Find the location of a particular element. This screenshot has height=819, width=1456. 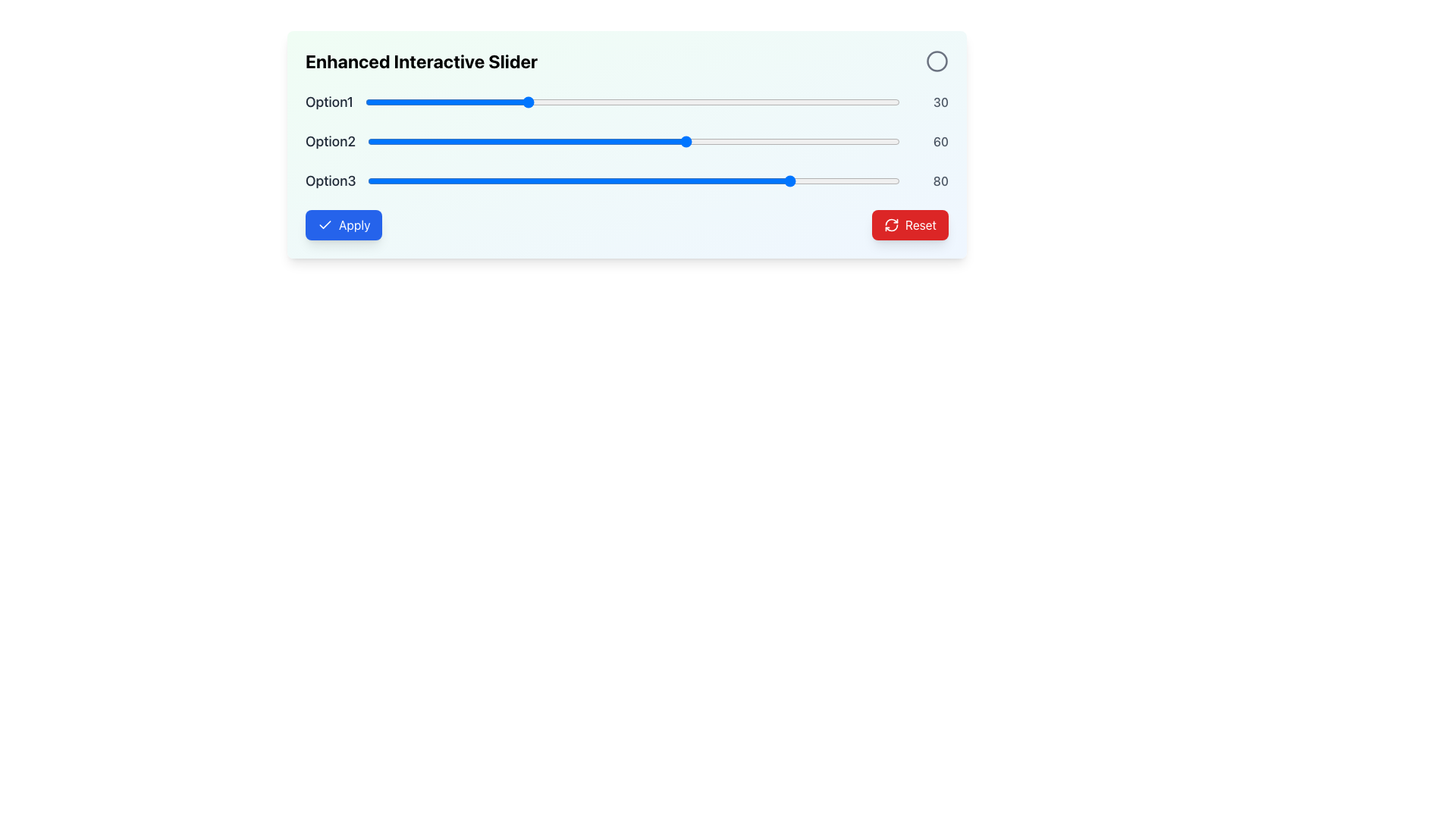

the slider is located at coordinates (441, 180).